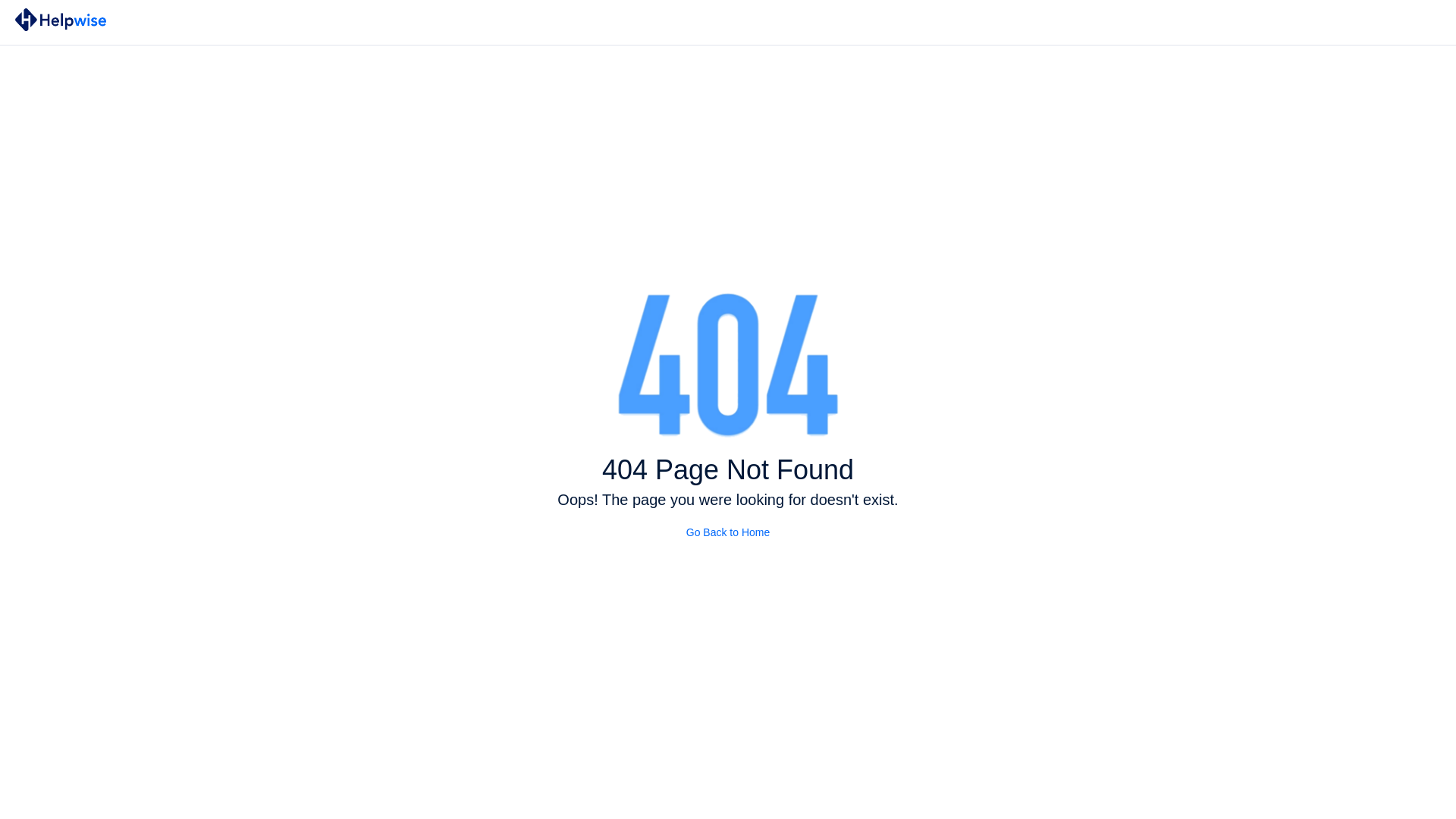 Image resolution: width=1456 pixels, height=819 pixels. What do you see at coordinates (728, 532) in the screenshot?
I see `'Go Back to Home'` at bounding box center [728, 532].